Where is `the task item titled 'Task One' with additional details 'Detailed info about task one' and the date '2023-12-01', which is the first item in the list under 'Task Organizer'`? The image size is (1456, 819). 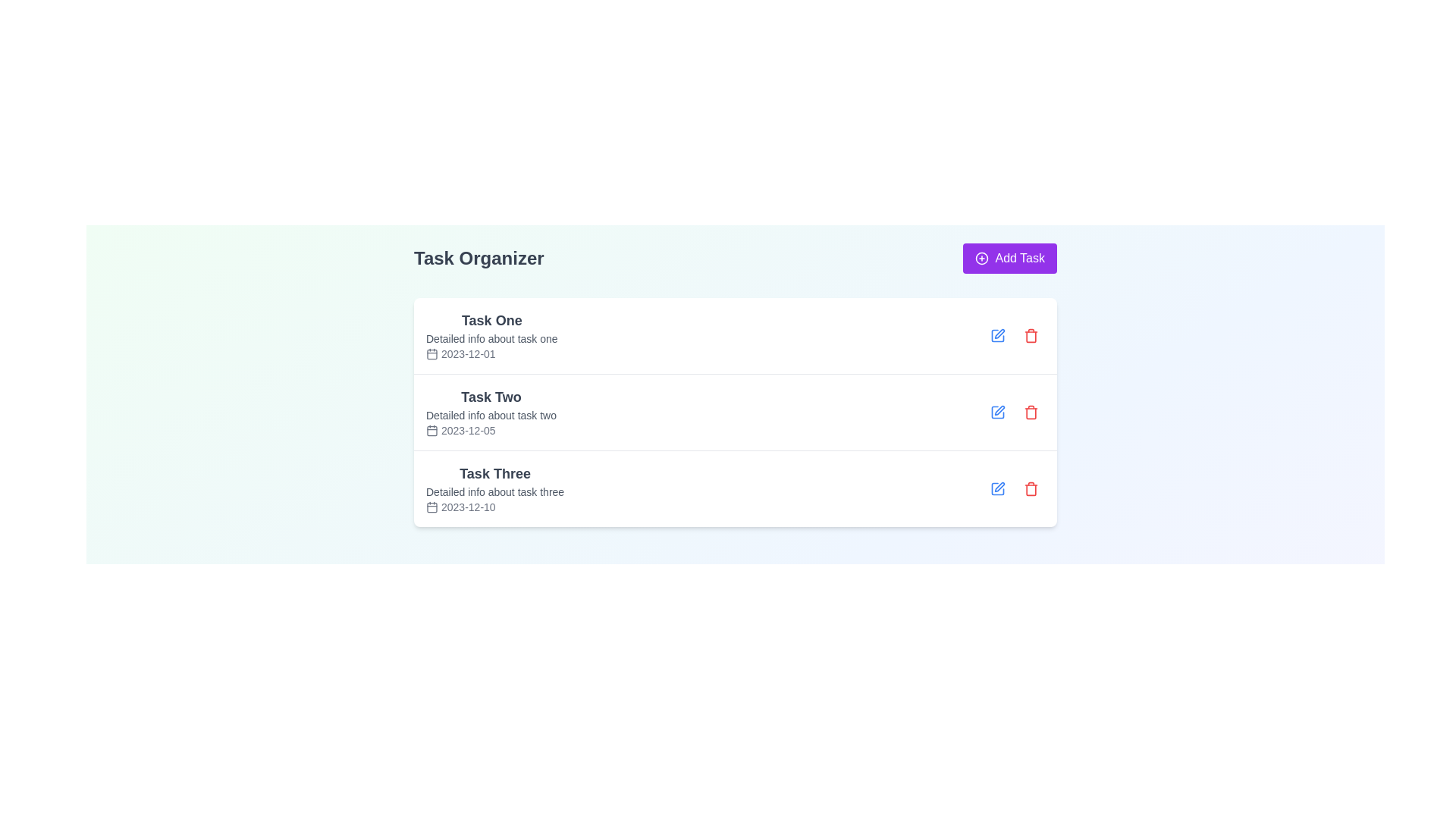
the task item titled 'Task One' with additional details 'Detailed info about task one' and the date '2023-12-01', which is the first item in the list under 'Task Organizer' is located at coordinates (735, 335).